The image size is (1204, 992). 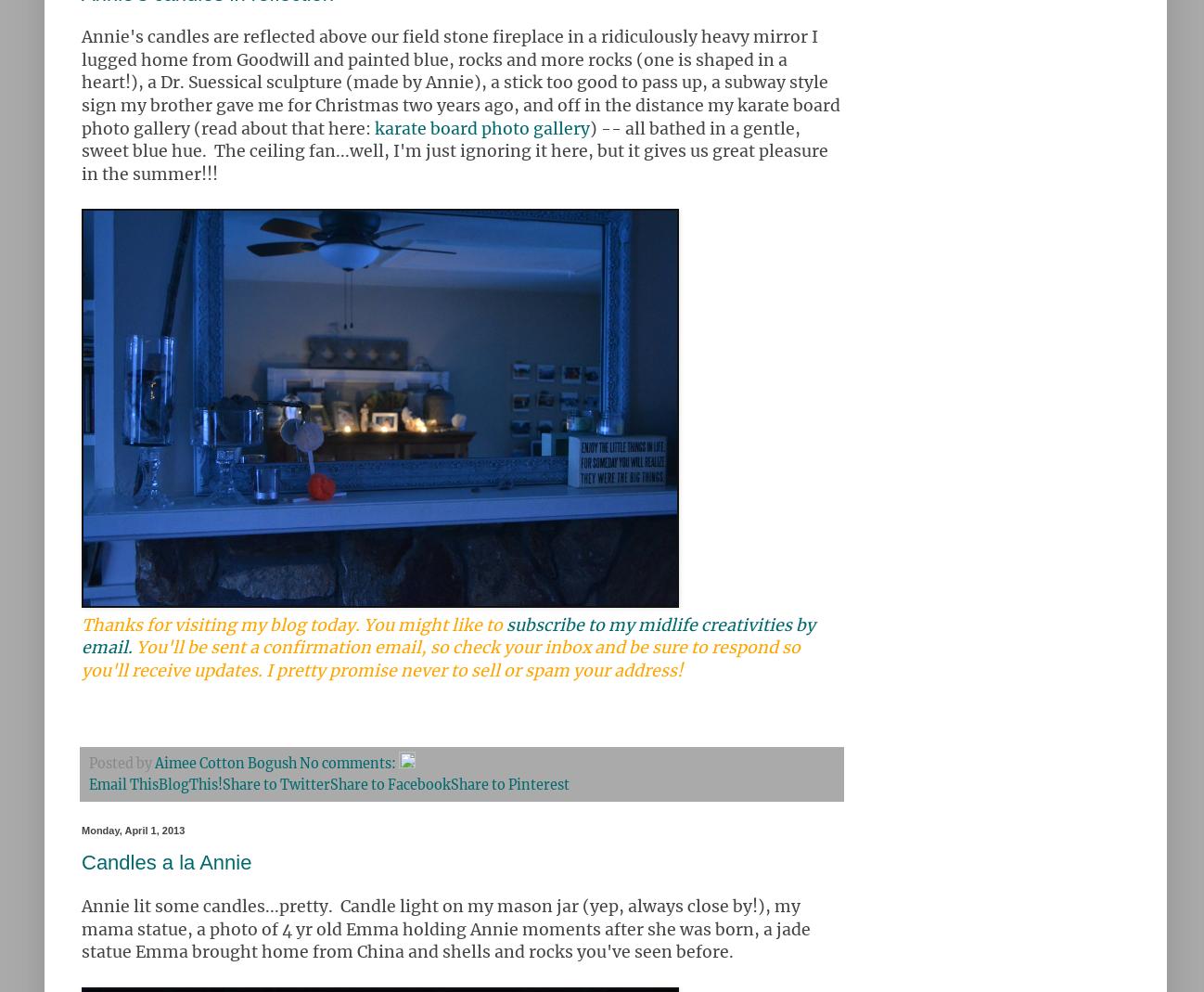 I want to click on 'You'll be sent a confirmation email, so check your inbox and be sure to respond so you'll receive updates.  I pretty promise never to sell or spam your address!', so click(x=441, y=658).